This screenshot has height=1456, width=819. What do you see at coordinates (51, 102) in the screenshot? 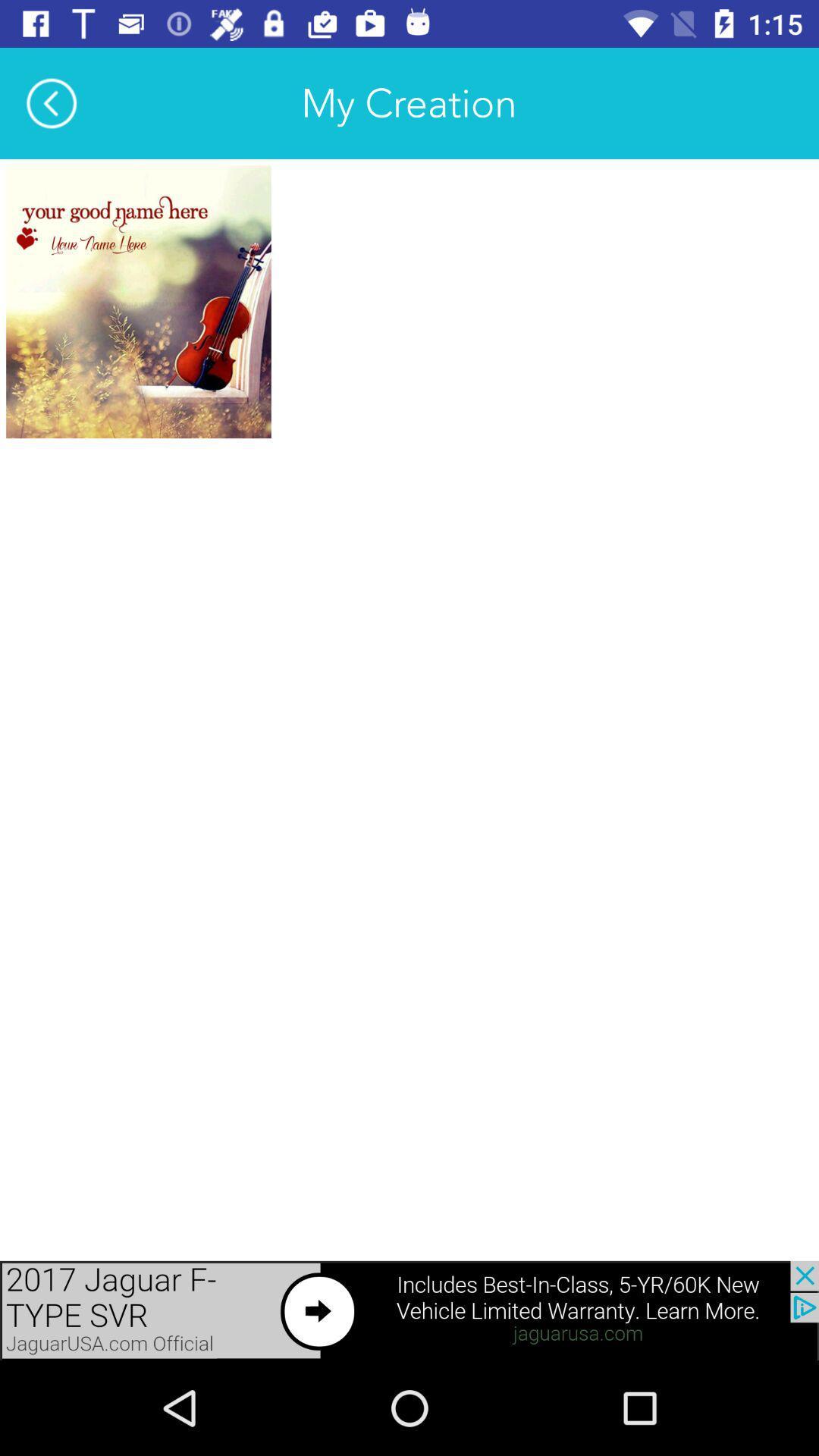
I see `the arrow_backward icon` at bounding box center [51, 102].